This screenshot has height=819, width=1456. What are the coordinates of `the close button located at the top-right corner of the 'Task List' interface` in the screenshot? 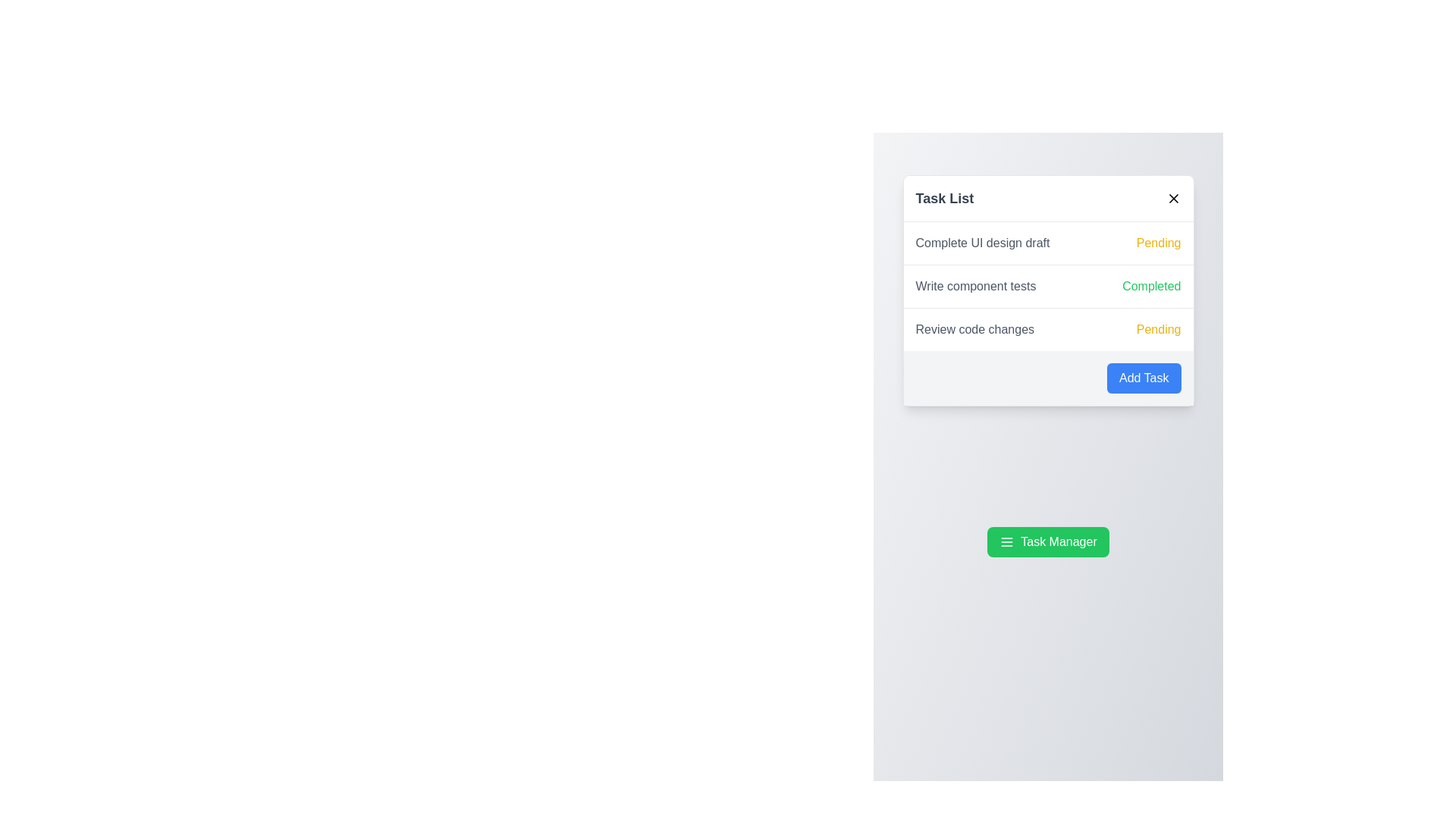 It's located at (1172, 198).